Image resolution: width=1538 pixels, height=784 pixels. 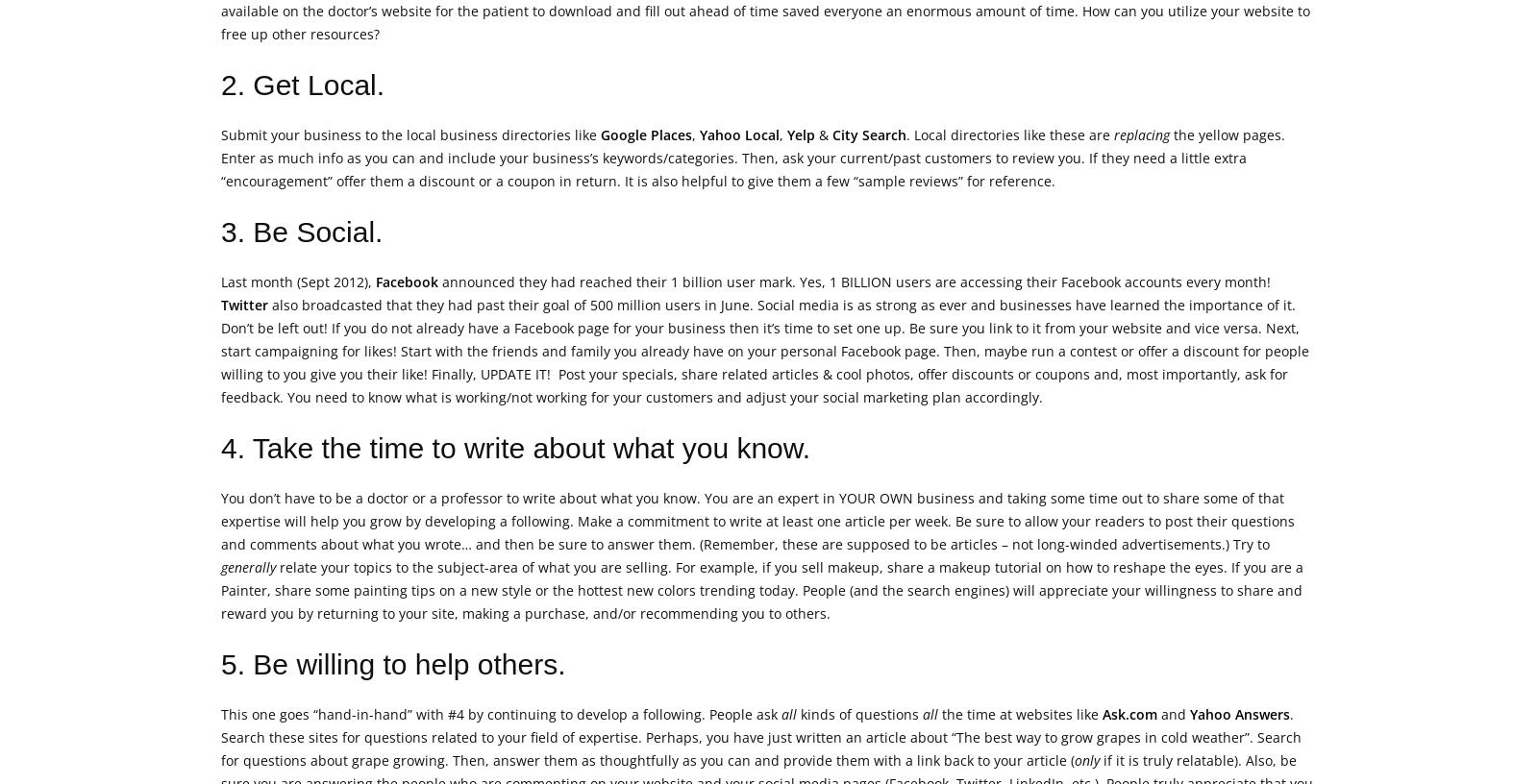 I want to click on '3. Be Social.', so click(x=301, y=231).